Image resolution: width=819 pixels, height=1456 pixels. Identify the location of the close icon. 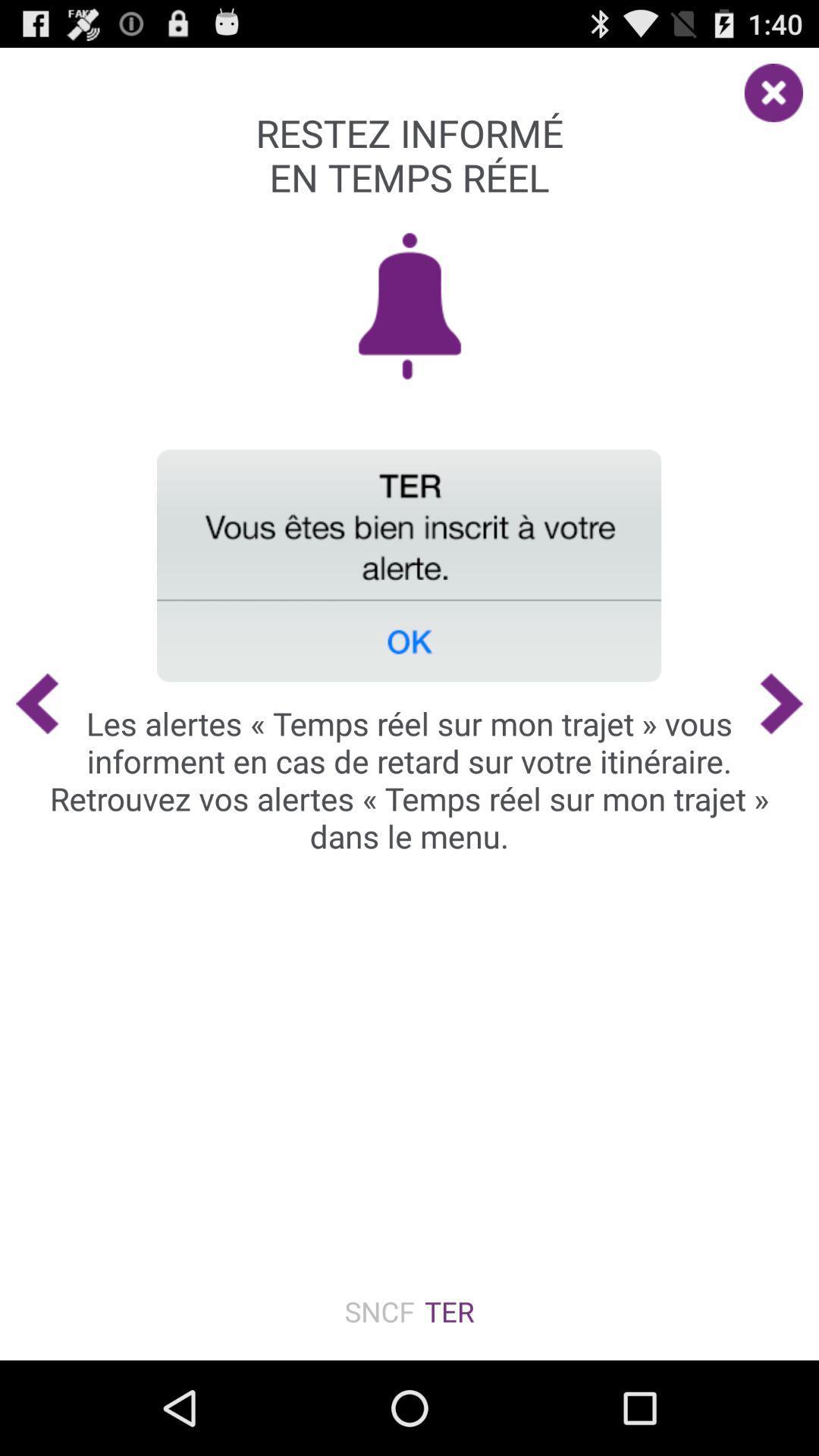
(781, 90).